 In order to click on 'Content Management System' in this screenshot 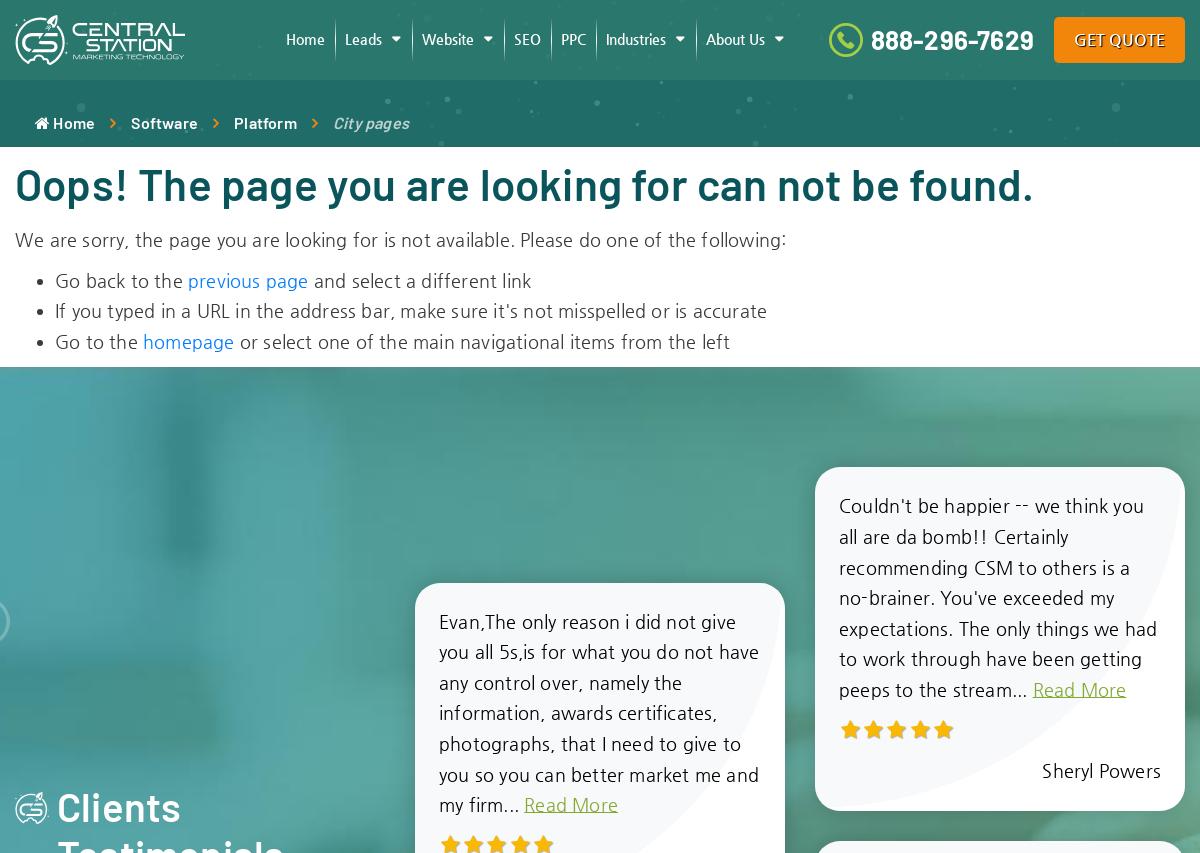, I will do `click(527, 97)`.